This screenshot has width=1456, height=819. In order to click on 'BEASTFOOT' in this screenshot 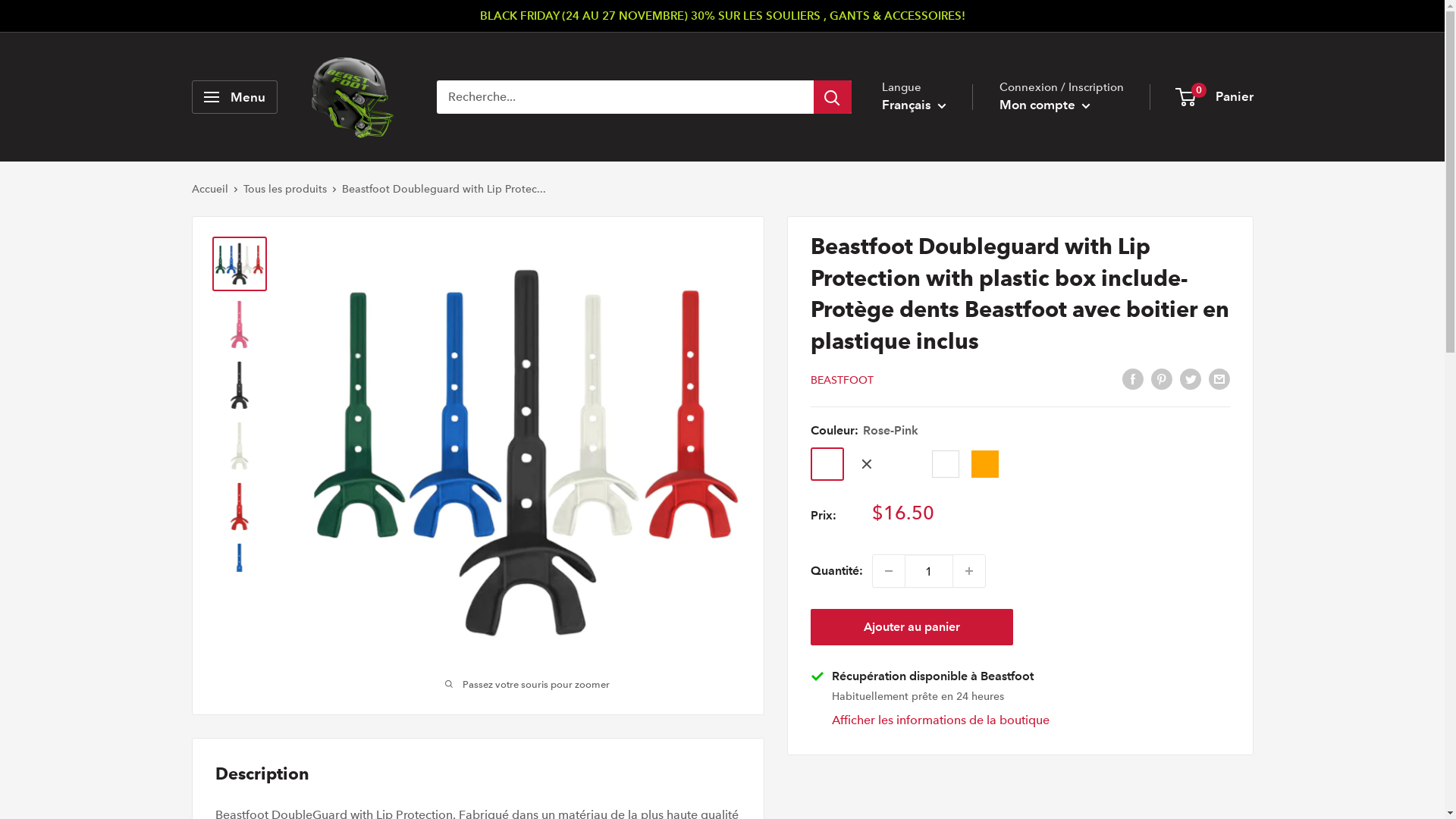, I will do `click(840, 379)`.